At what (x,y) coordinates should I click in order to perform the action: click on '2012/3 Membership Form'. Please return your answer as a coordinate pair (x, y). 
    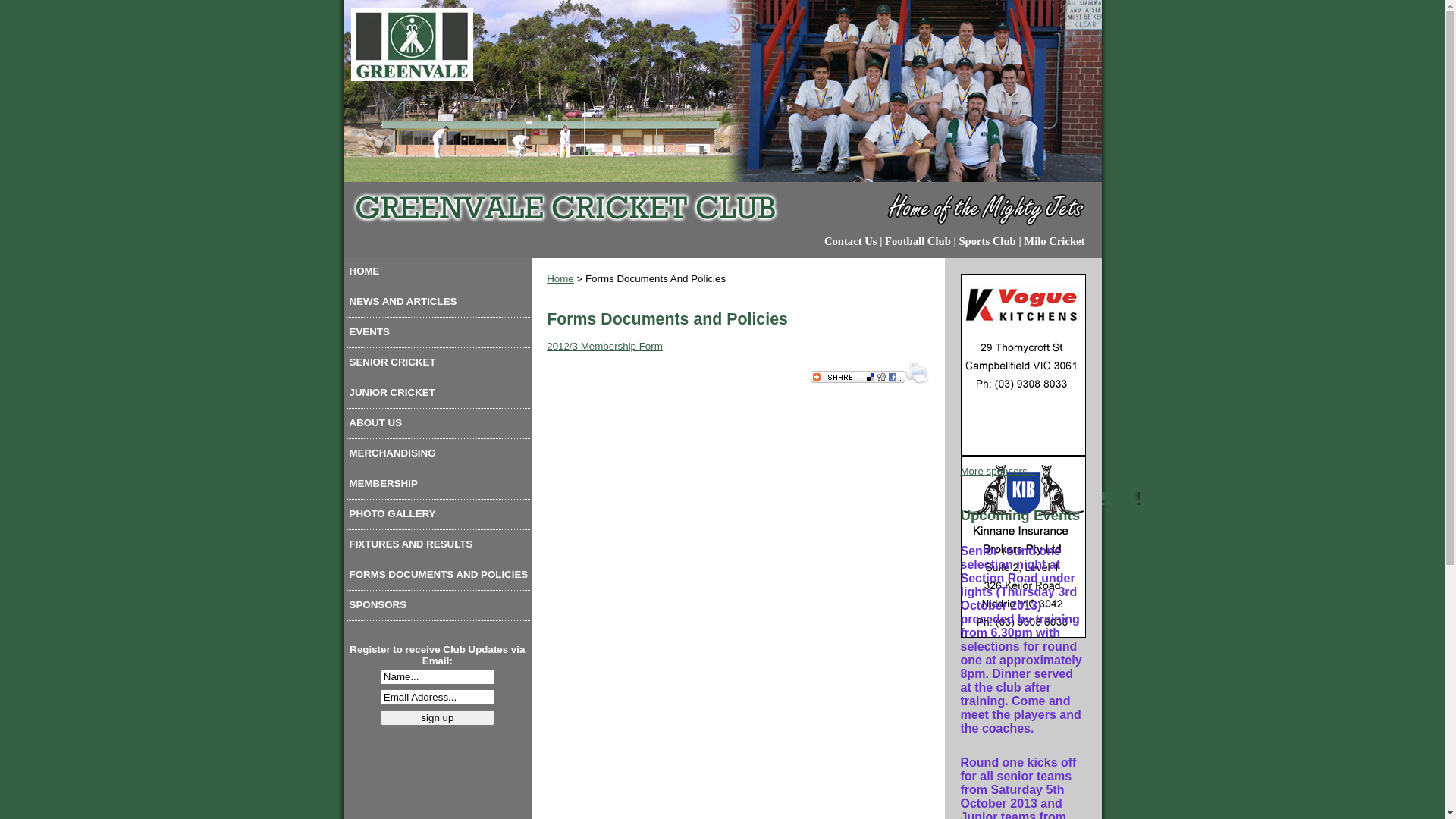
    Looking at the image, I should click on (604, 346).